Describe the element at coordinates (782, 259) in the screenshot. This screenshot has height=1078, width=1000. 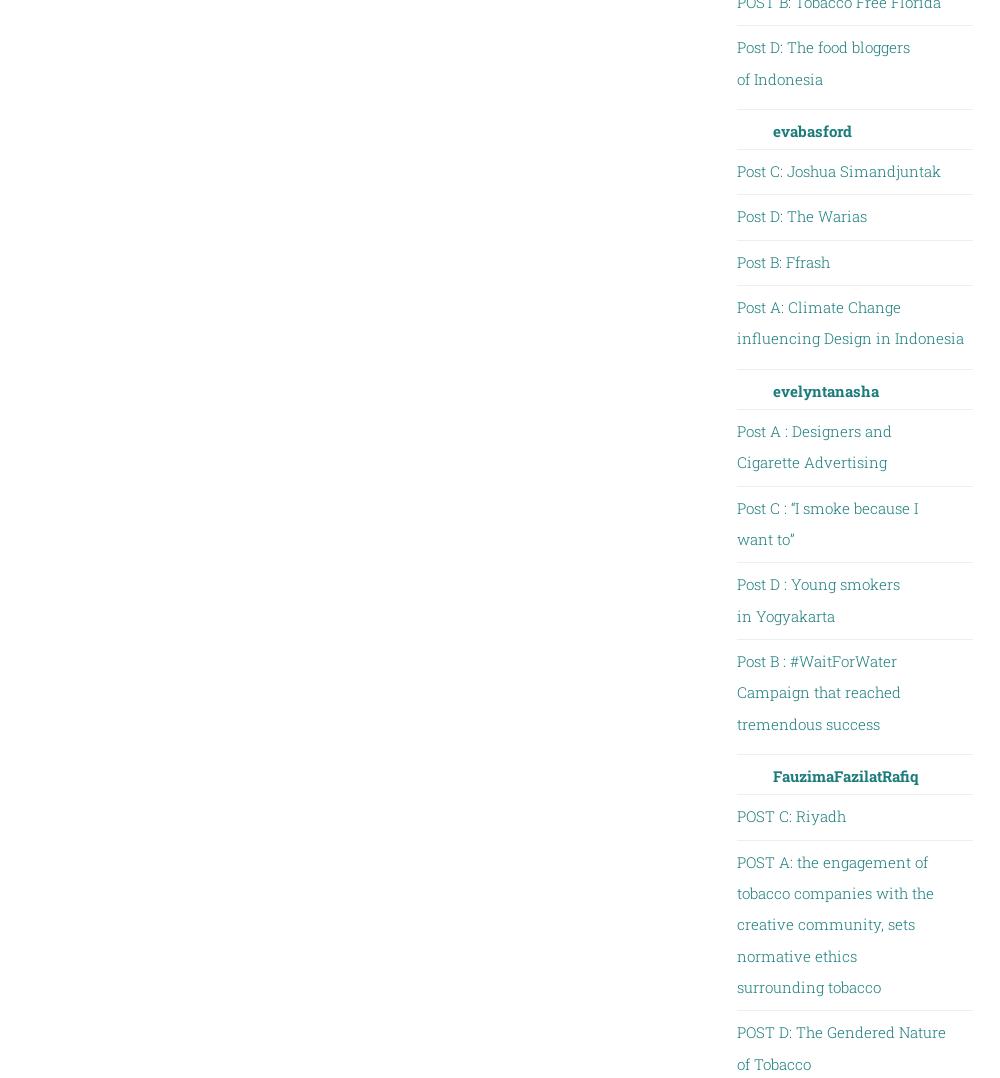
I see `'Post B: Ffrash'` at that location.